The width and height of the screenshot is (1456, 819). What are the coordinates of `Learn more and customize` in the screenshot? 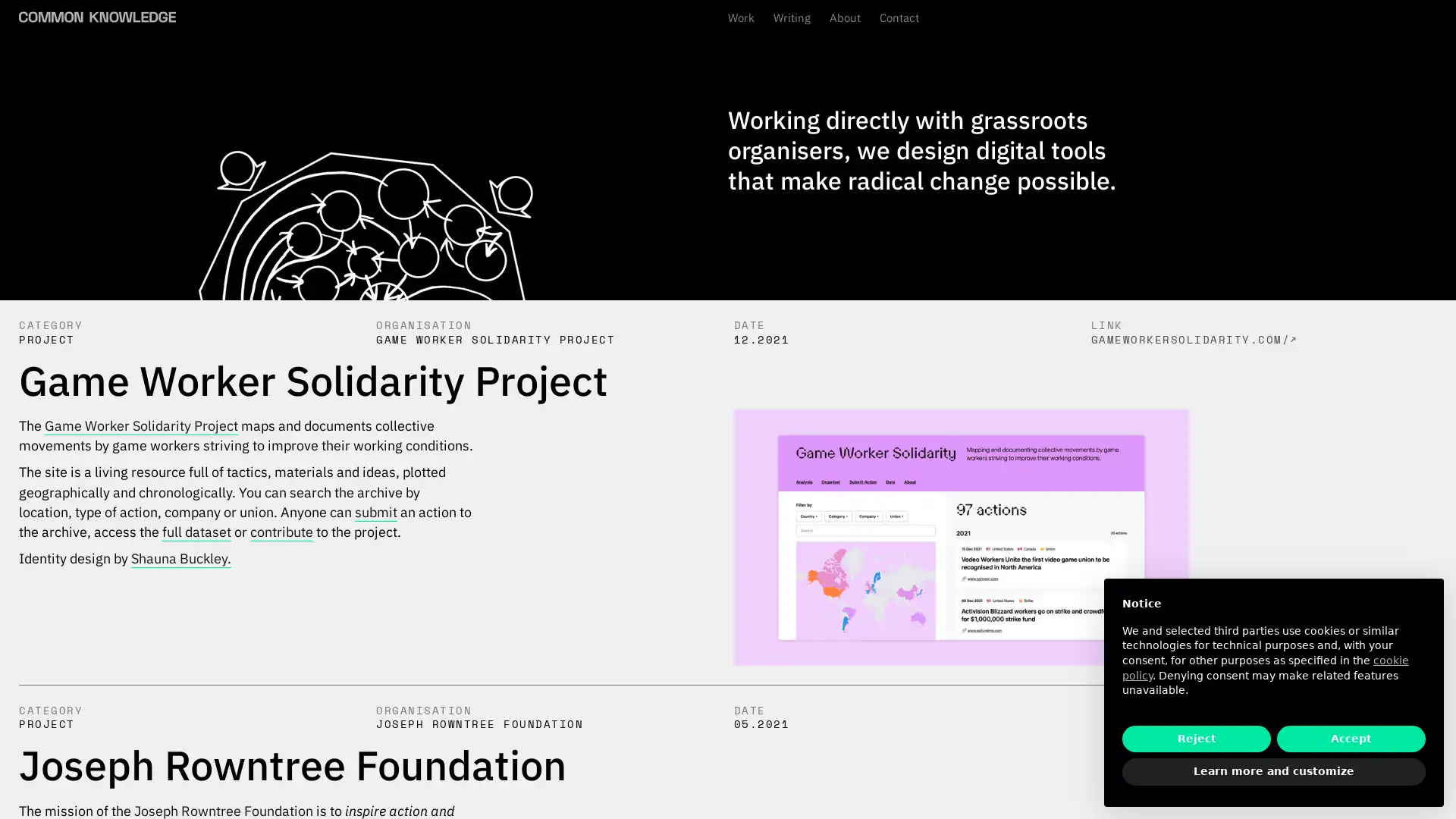 It's located at (1274, 772).